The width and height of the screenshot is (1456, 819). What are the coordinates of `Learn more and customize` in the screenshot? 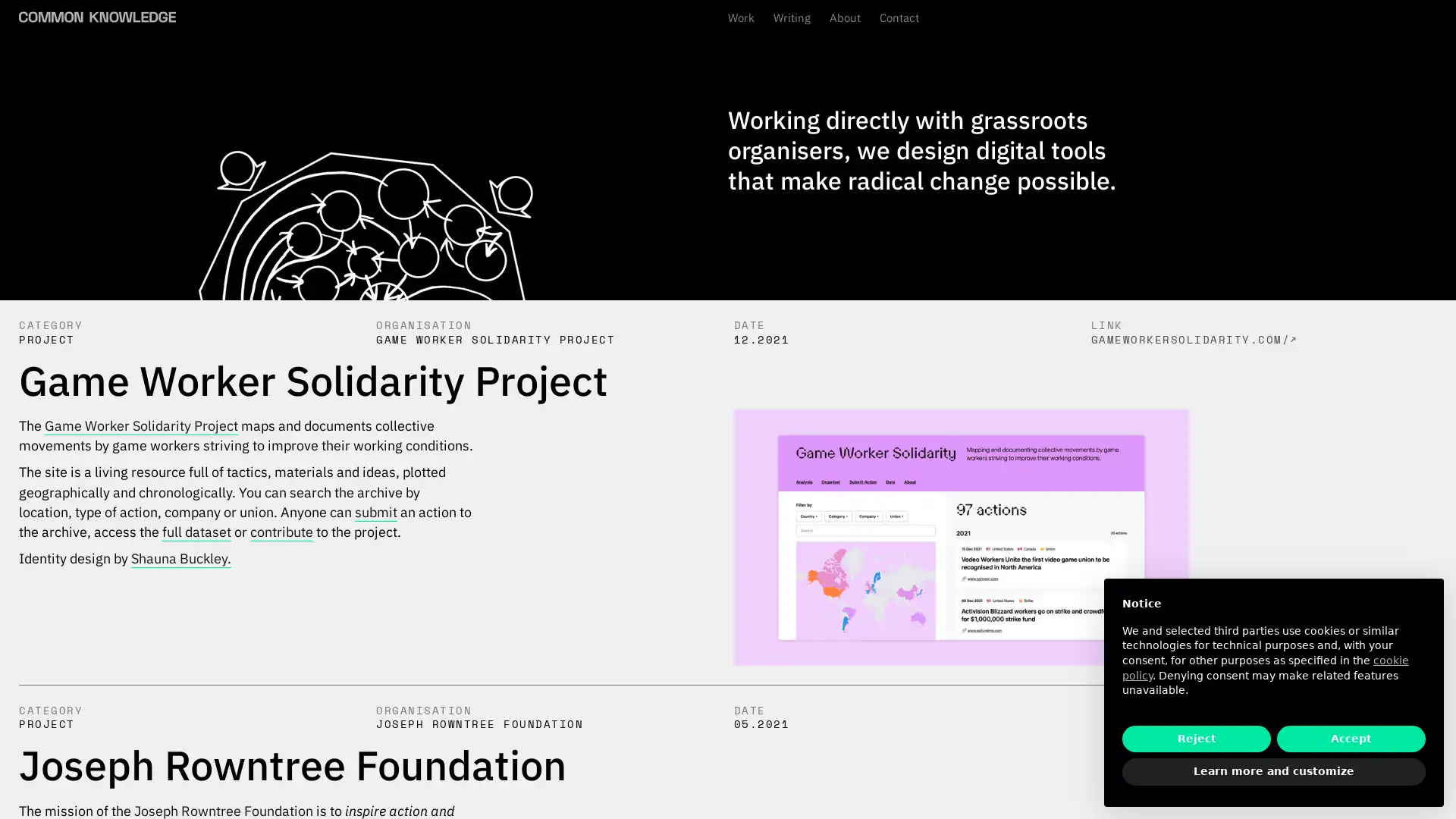 It's located at (1274, 772).